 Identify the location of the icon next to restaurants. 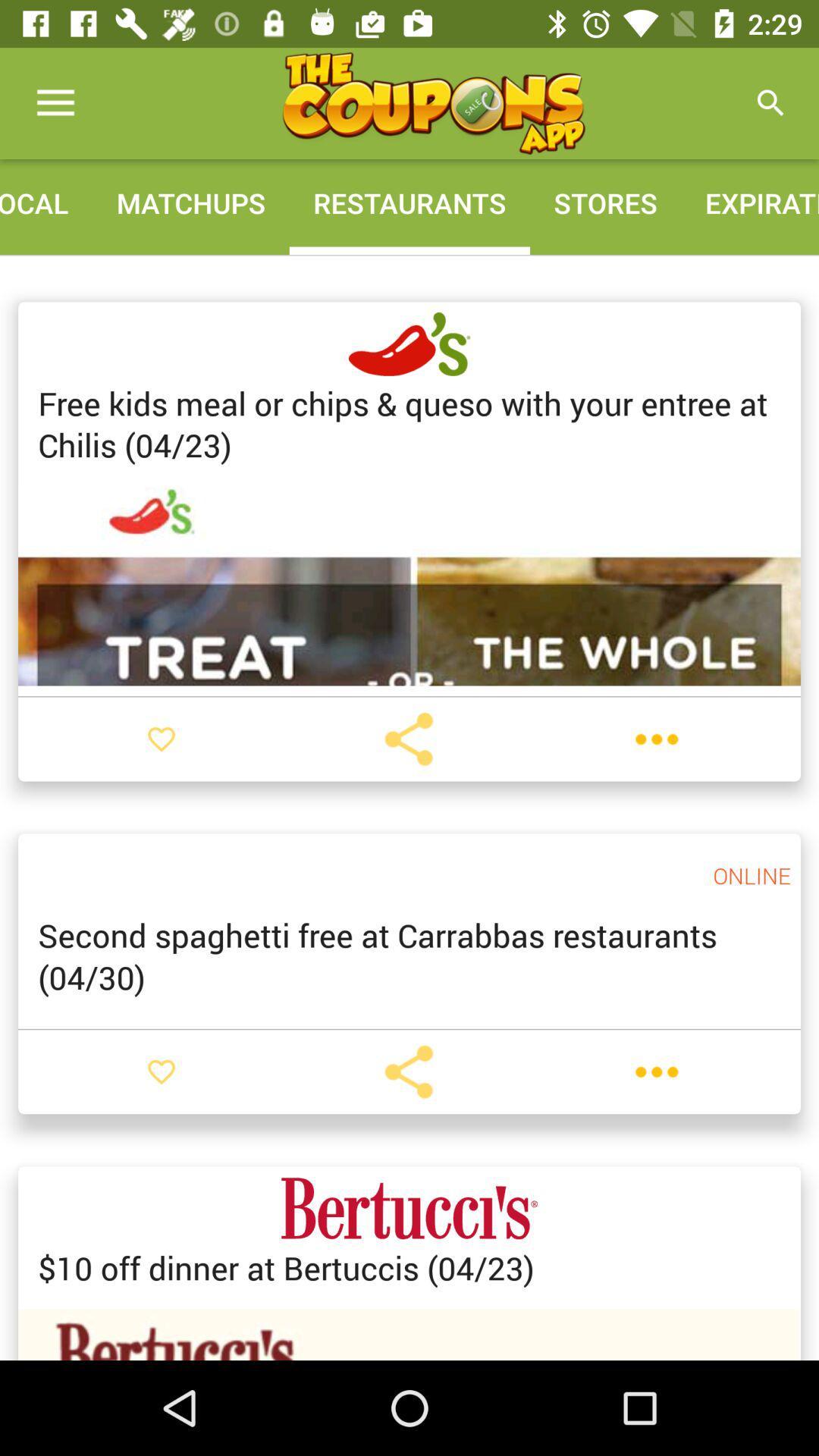
(604, 202).